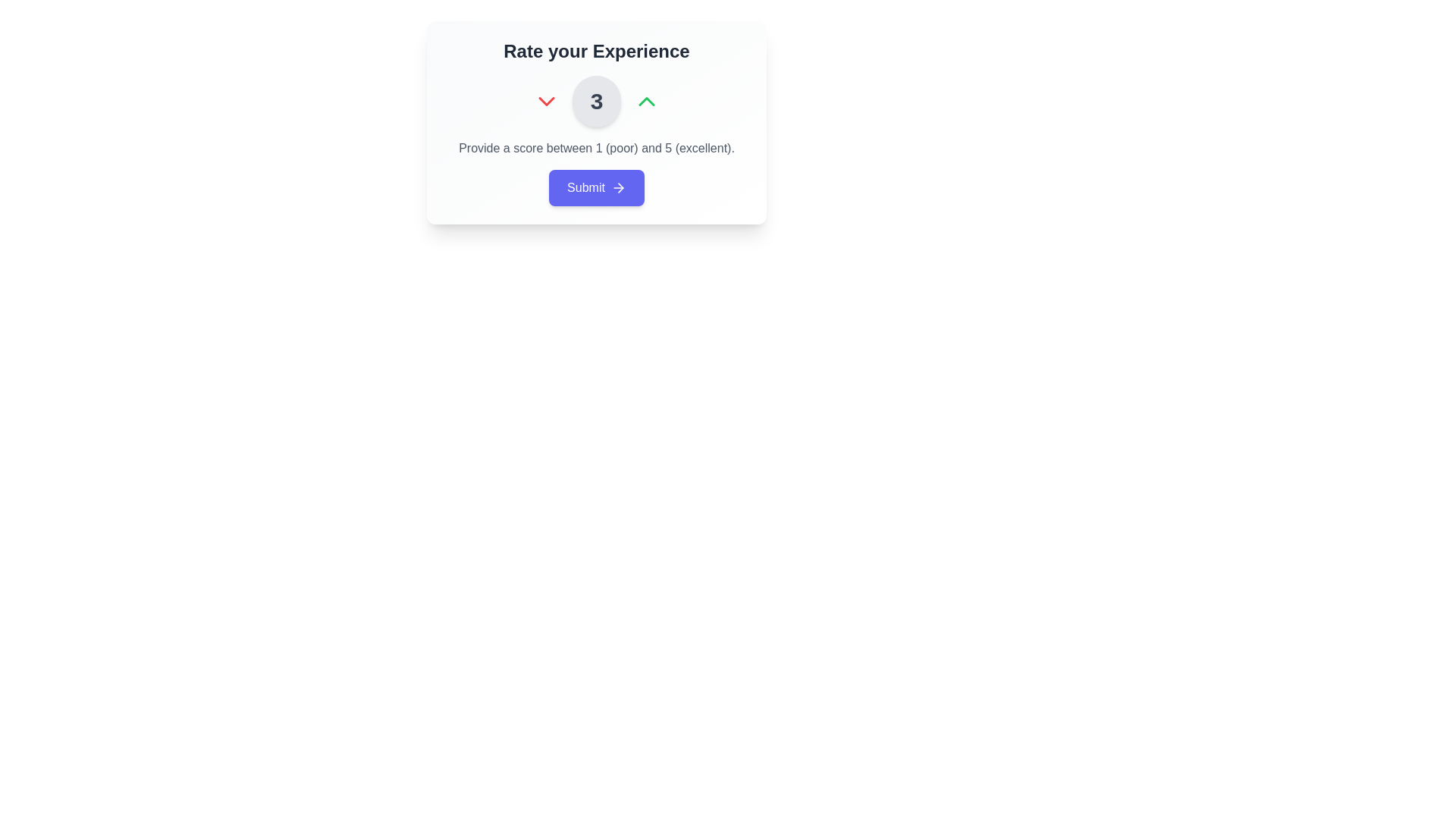 This screenshot has width=1456, height=819. Describe the element at coordinates (596, 102) in the screenshot. I see `the Display Label that shows the user's current rating choice, located between two arrow-like icons in the rating panel` at that location.